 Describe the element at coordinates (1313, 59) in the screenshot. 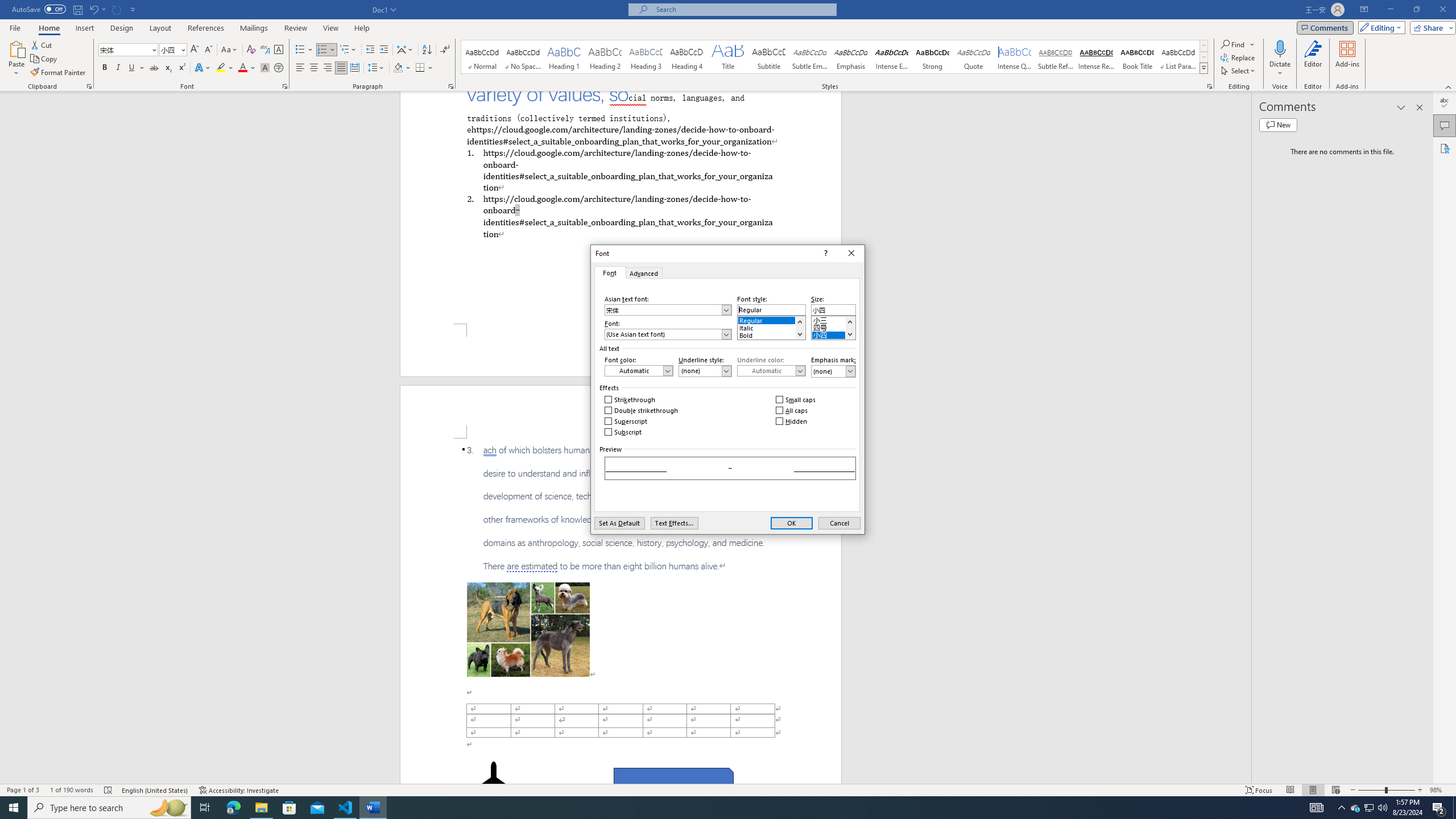

I see `'Editor'` at that location.